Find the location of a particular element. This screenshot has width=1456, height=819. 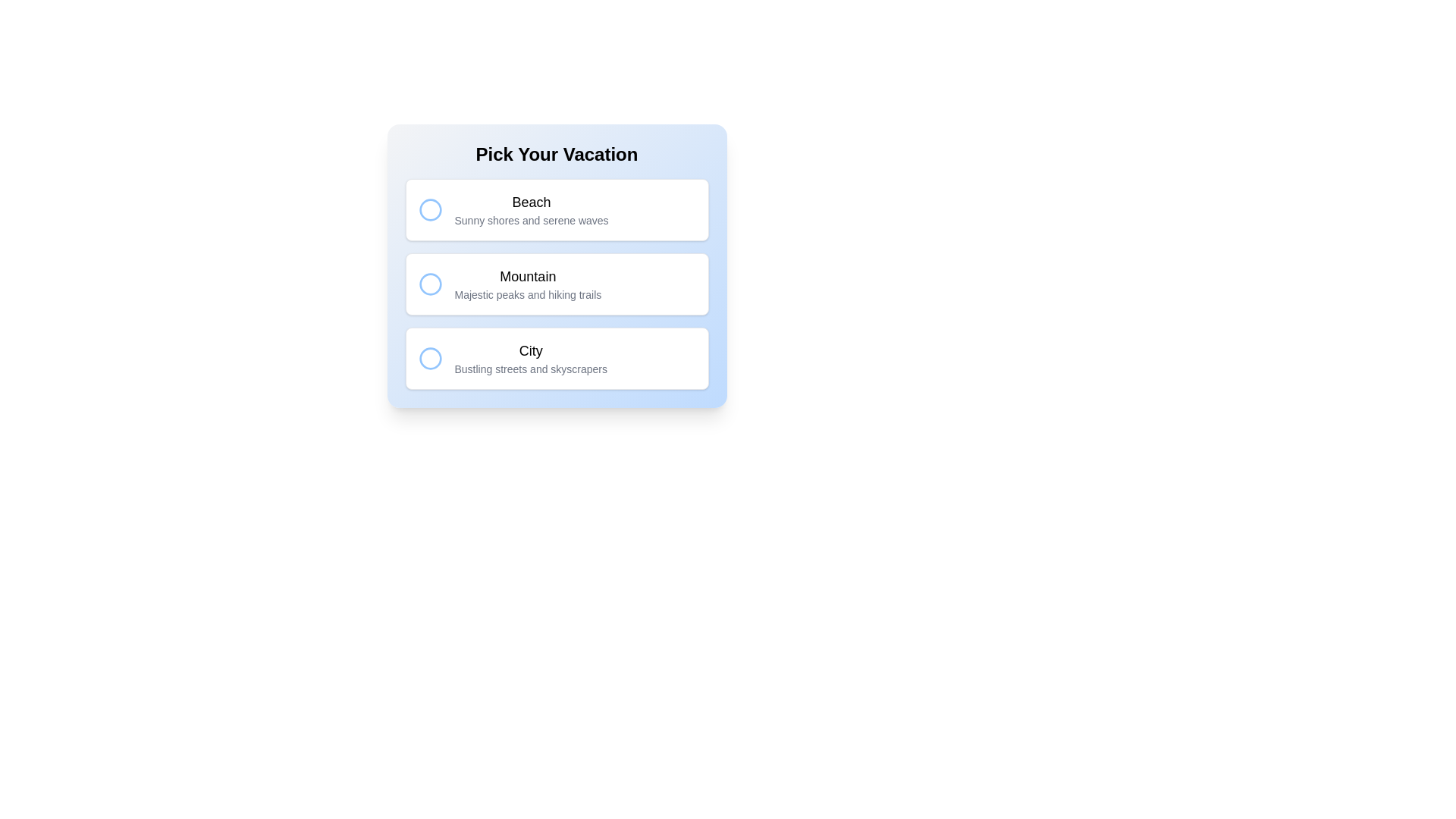

the second radio button is located at coordinates (429, 284).